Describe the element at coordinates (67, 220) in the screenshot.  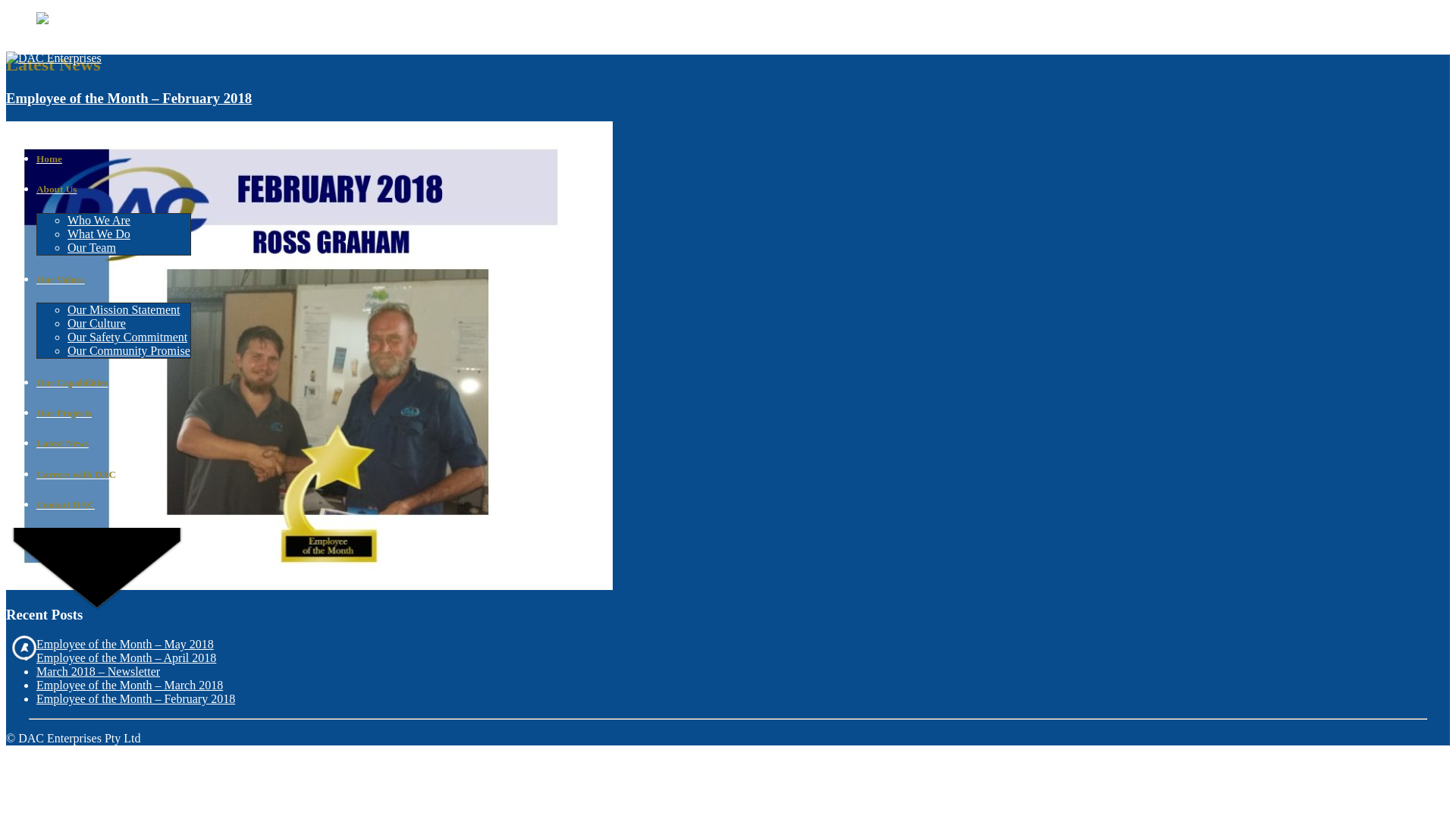
I see `'Who We Are'` at that location.